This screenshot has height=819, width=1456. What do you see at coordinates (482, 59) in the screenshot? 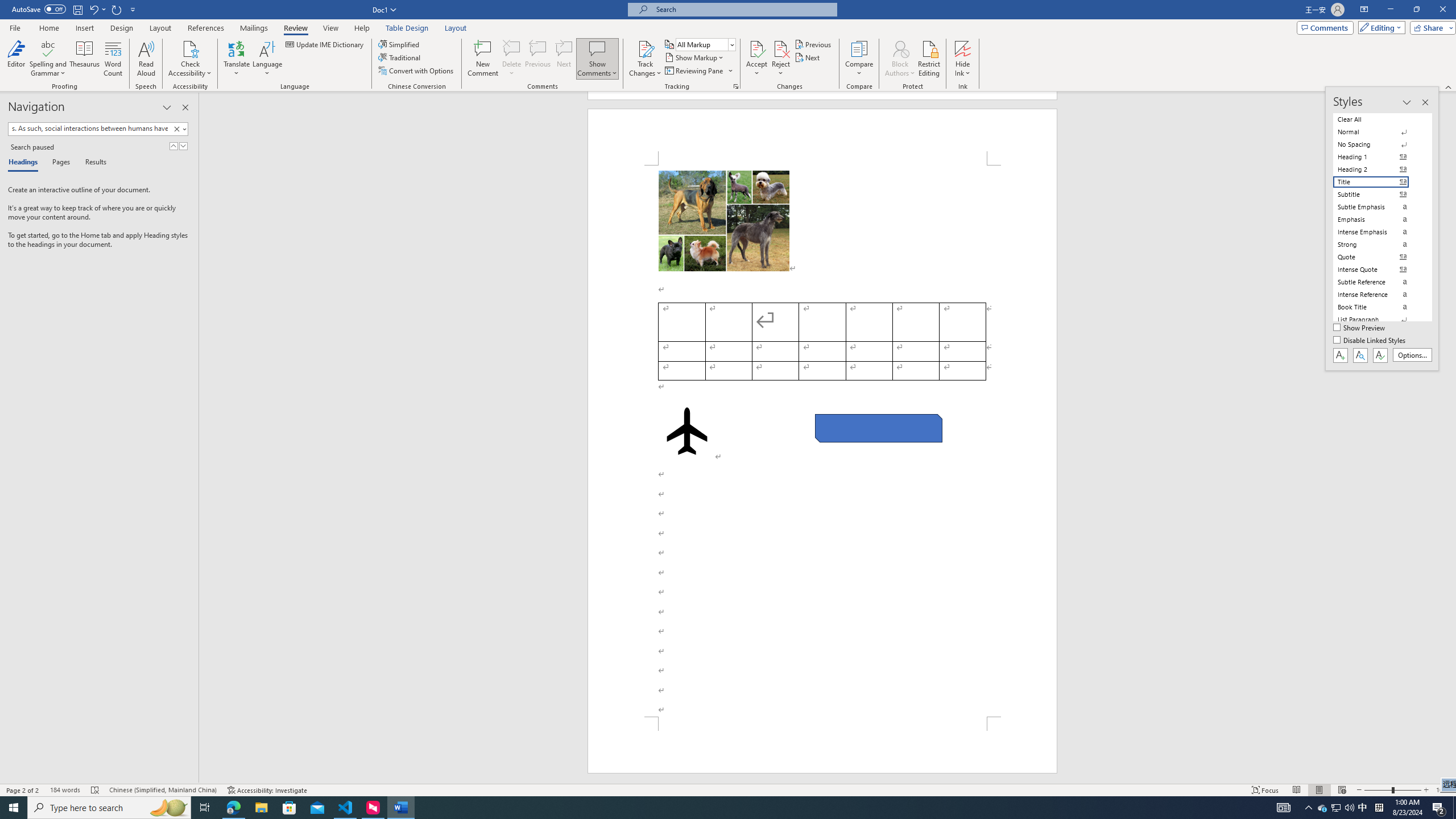
I see `'New Comment'` at bounding box center [482, 59].